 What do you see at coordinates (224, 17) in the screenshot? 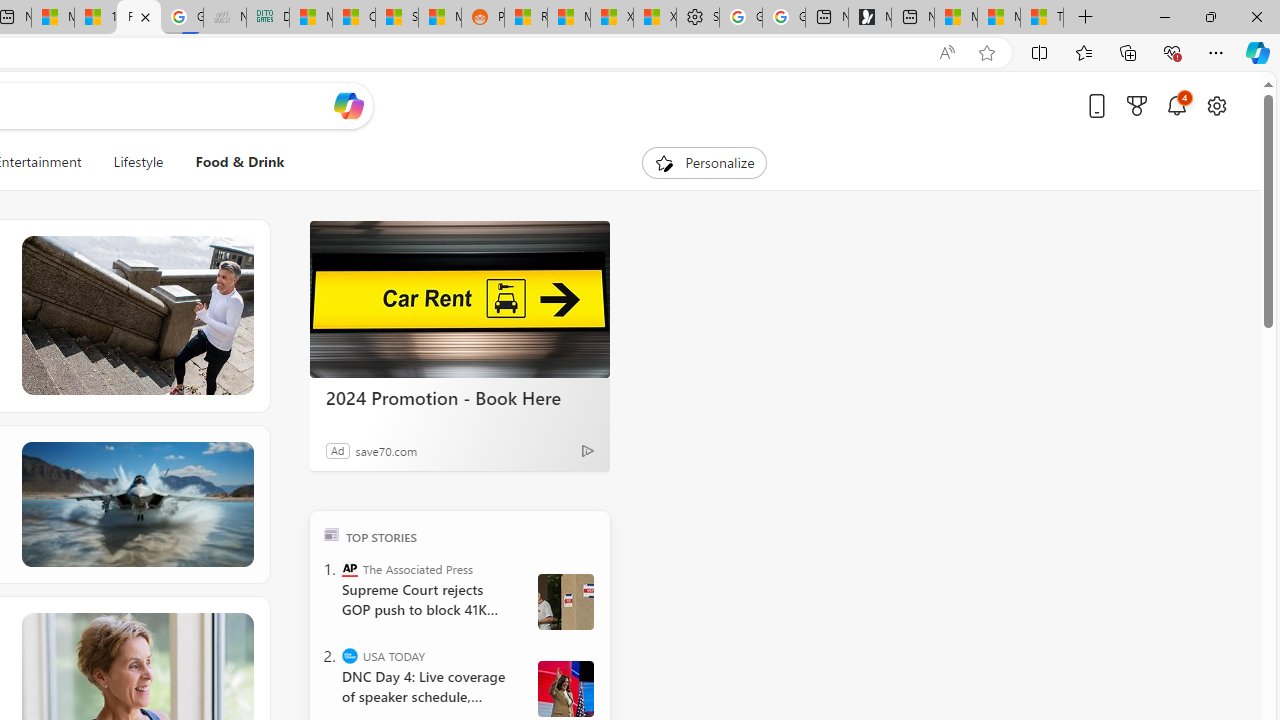
I see `'Navy Quest'` at bounding box center [224, 17].